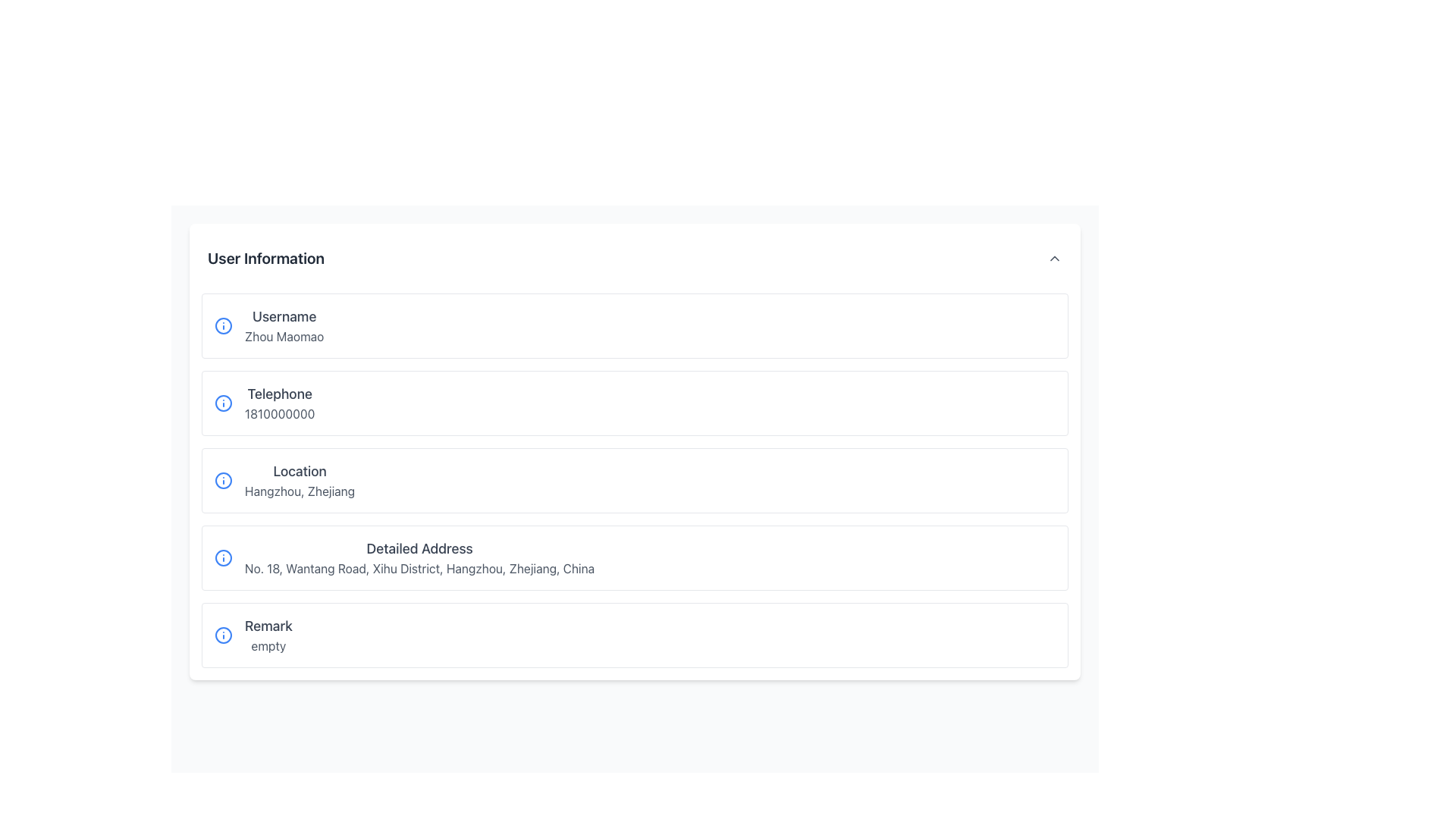  I want to click on the blue circular icon with a thin outline and white center located next to the 'Detailed Address' label in the user information section, so click(222, 558).